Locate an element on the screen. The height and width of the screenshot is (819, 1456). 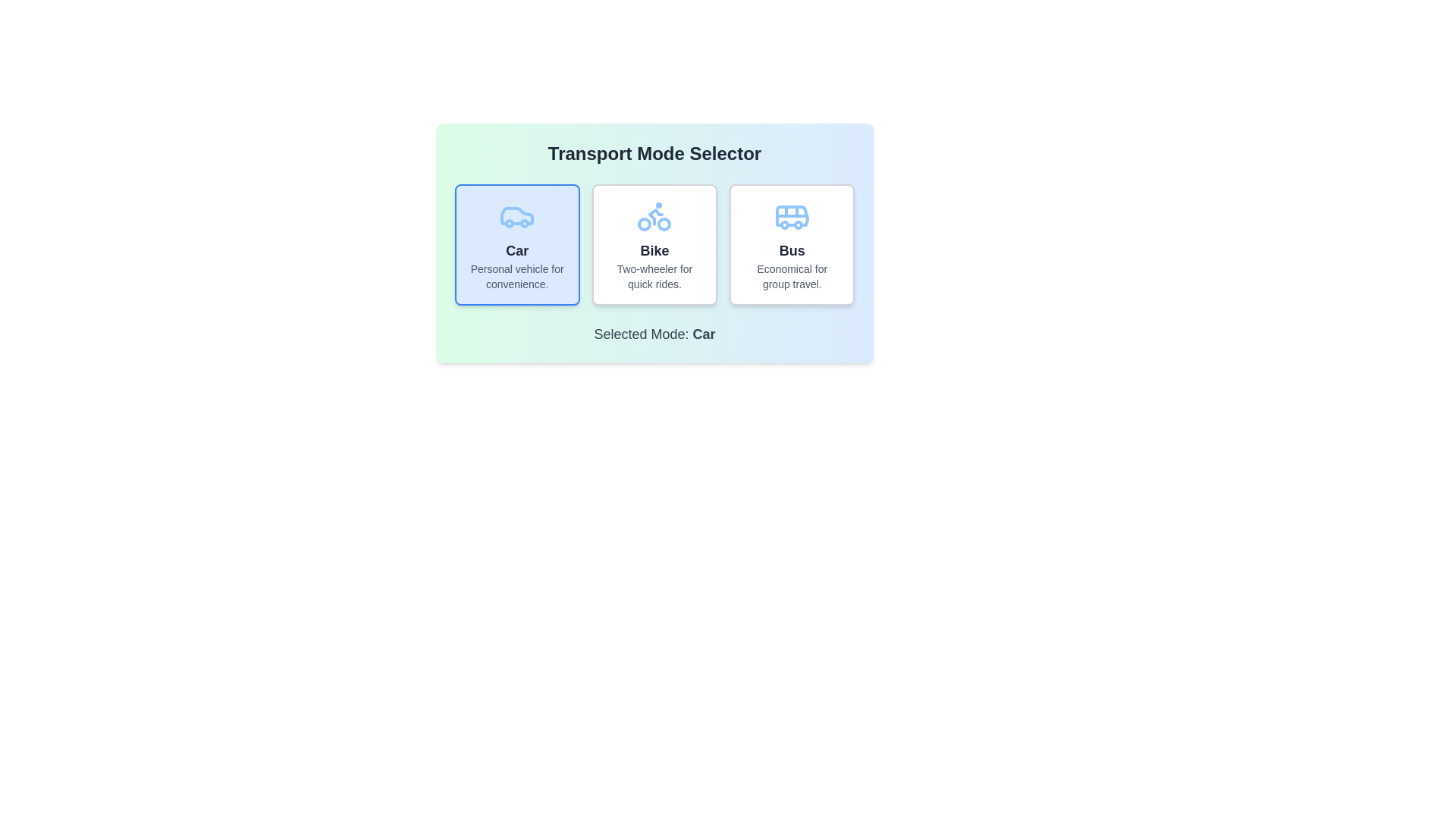
the 'Bike' card is located at coordinates (654, 244).